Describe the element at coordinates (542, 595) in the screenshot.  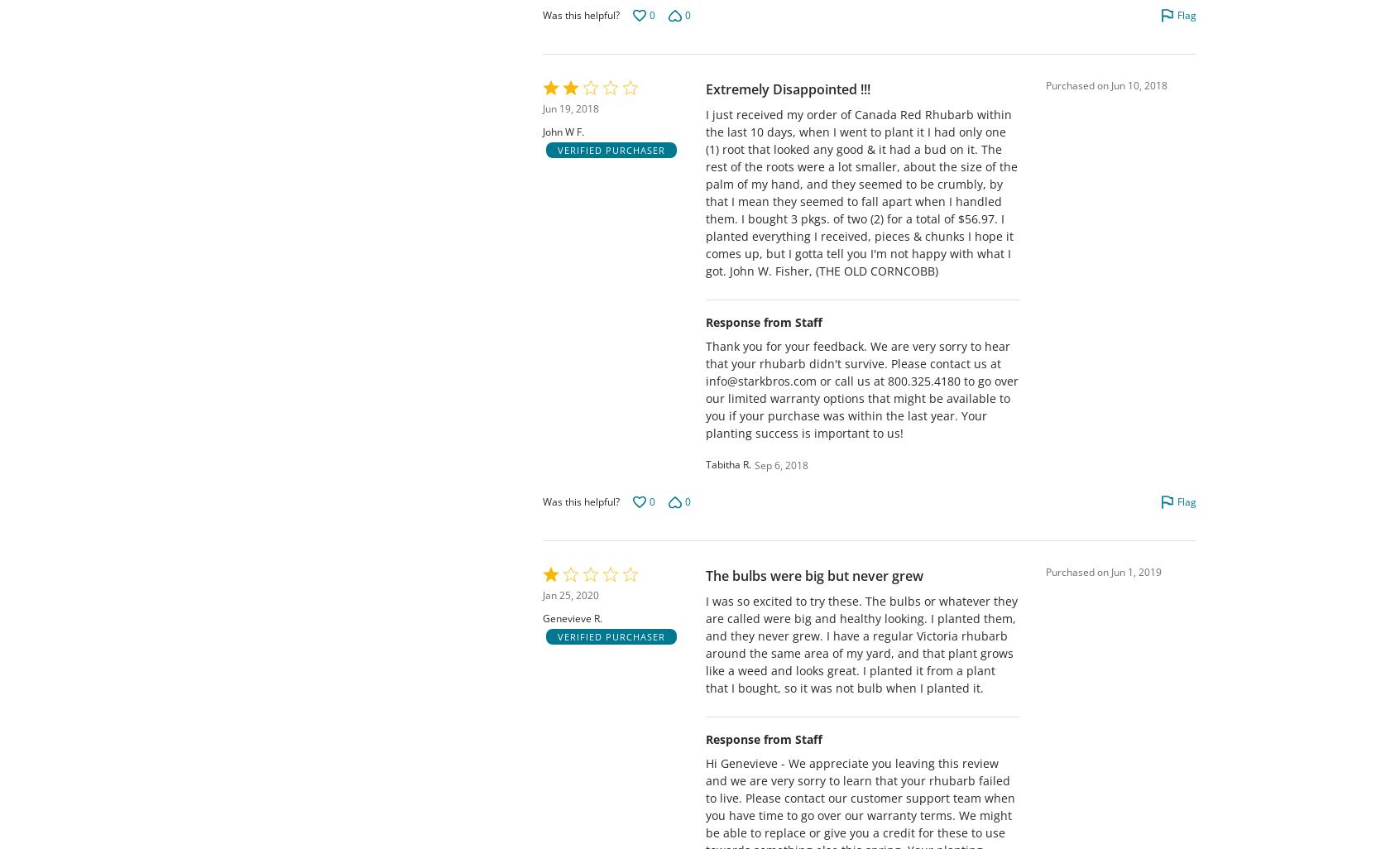
I see `'Jan 25, 2020'` at that location.